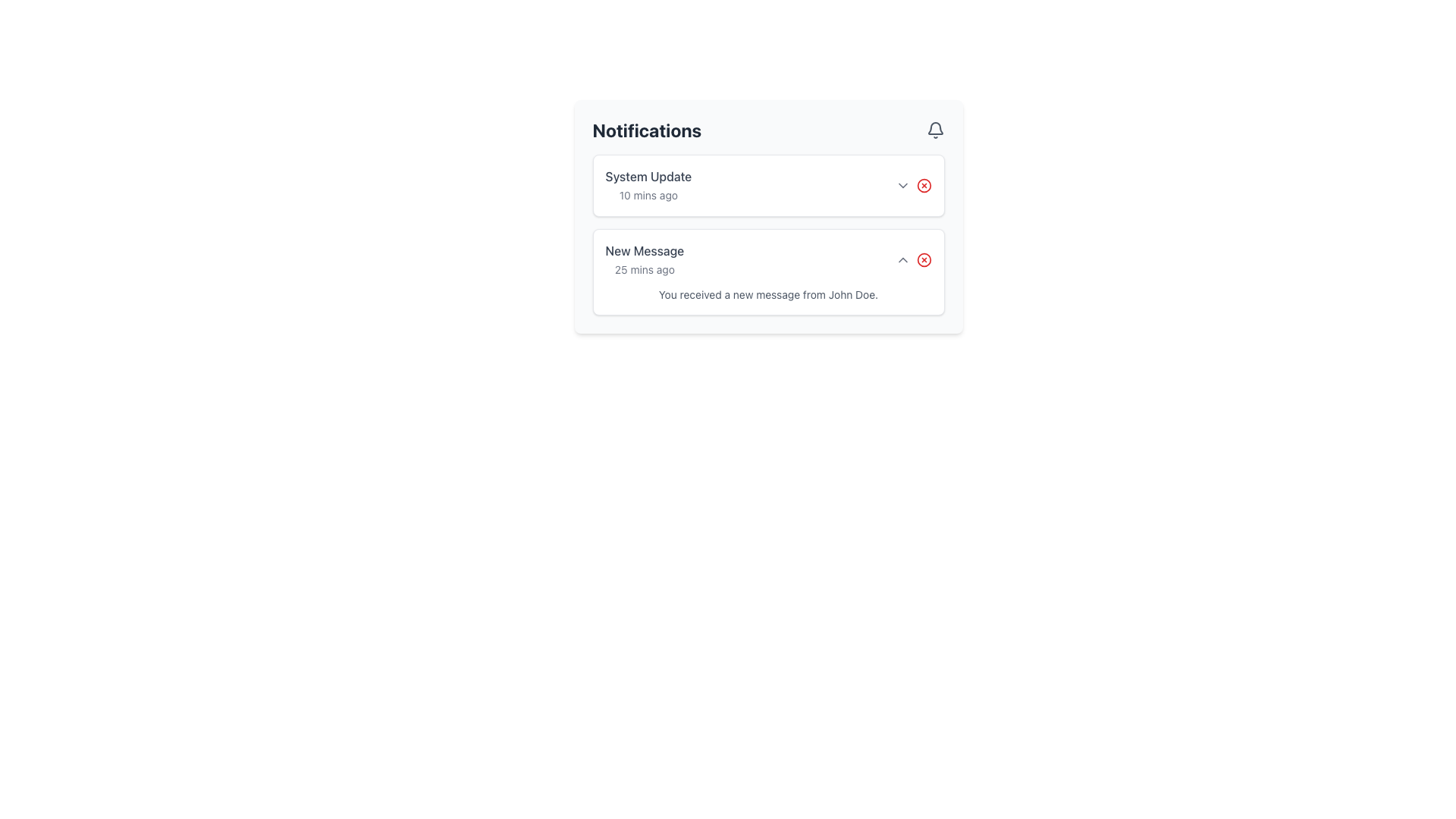  What do you see at coordinates (648, 194) in the screenshot?
I see `the small textual component displaying '10 mins ago', which is styled in gray and located below the 'System Update' title in the Notifications module` at bounding box center [648, 194].